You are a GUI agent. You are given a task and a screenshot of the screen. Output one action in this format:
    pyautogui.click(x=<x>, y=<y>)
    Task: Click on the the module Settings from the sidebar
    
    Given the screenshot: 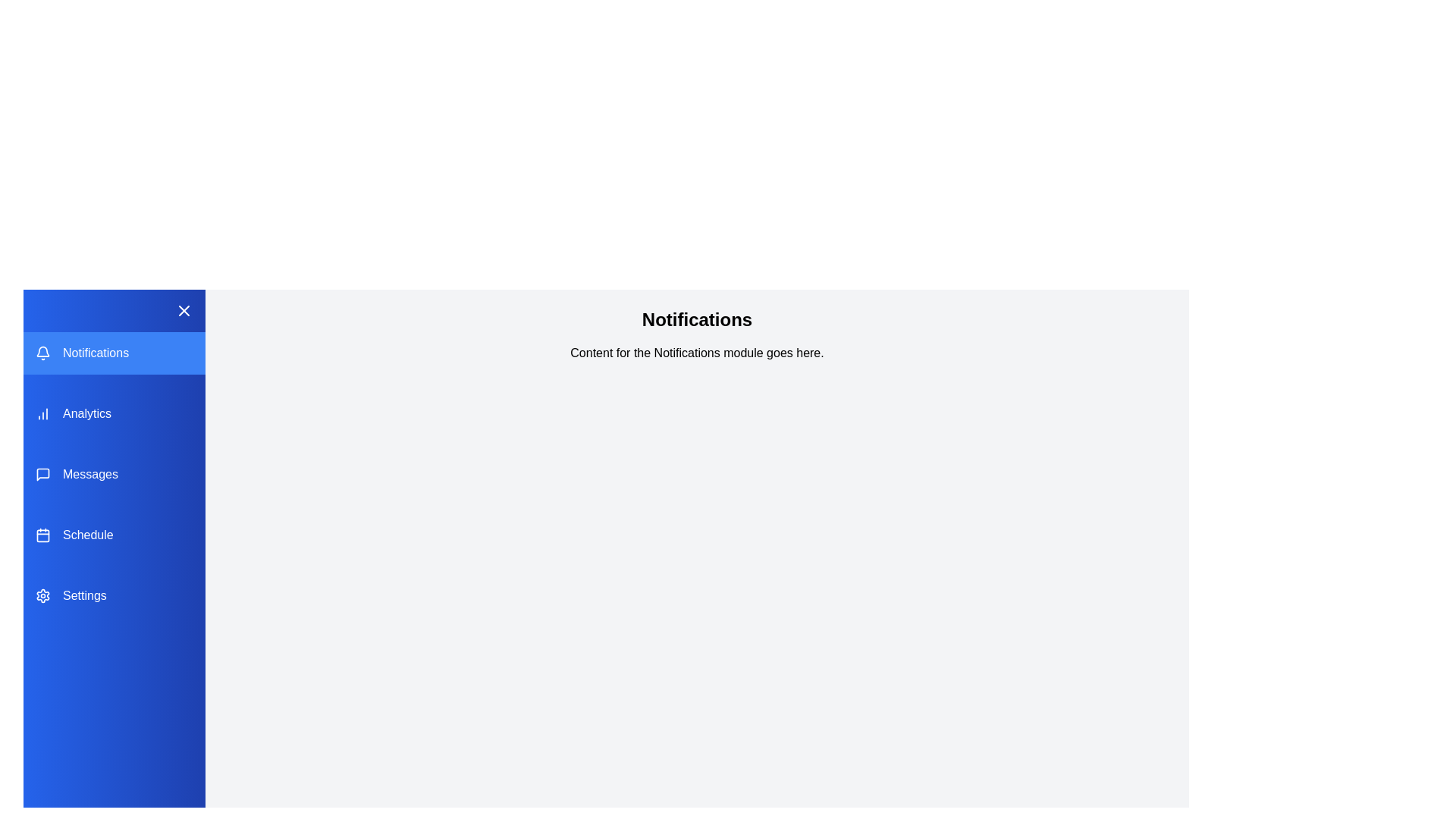 What is the action you would take?
    pyautogui.click(x=113, y=595)
    